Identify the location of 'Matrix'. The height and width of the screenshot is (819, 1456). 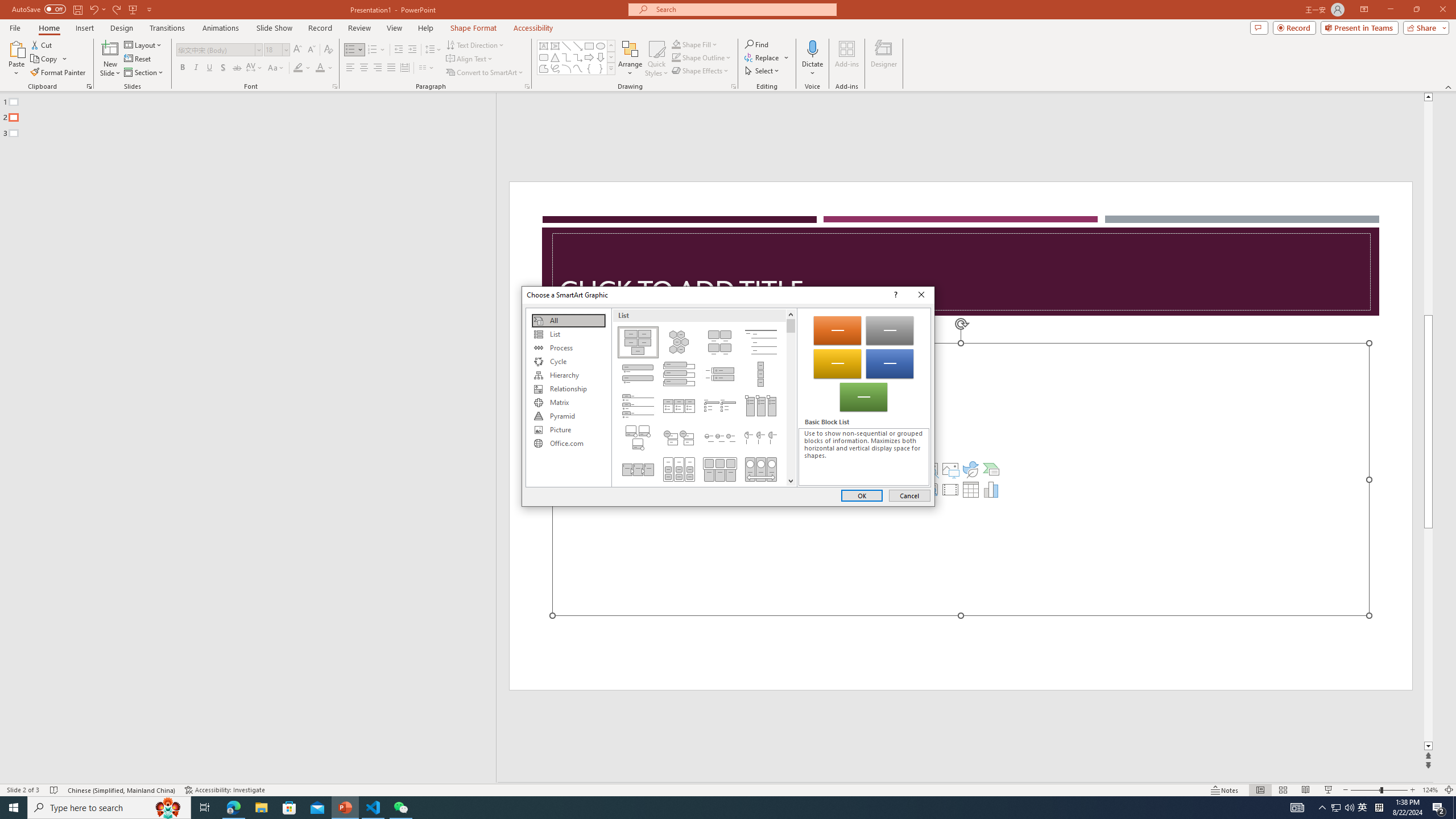
(568, 402).